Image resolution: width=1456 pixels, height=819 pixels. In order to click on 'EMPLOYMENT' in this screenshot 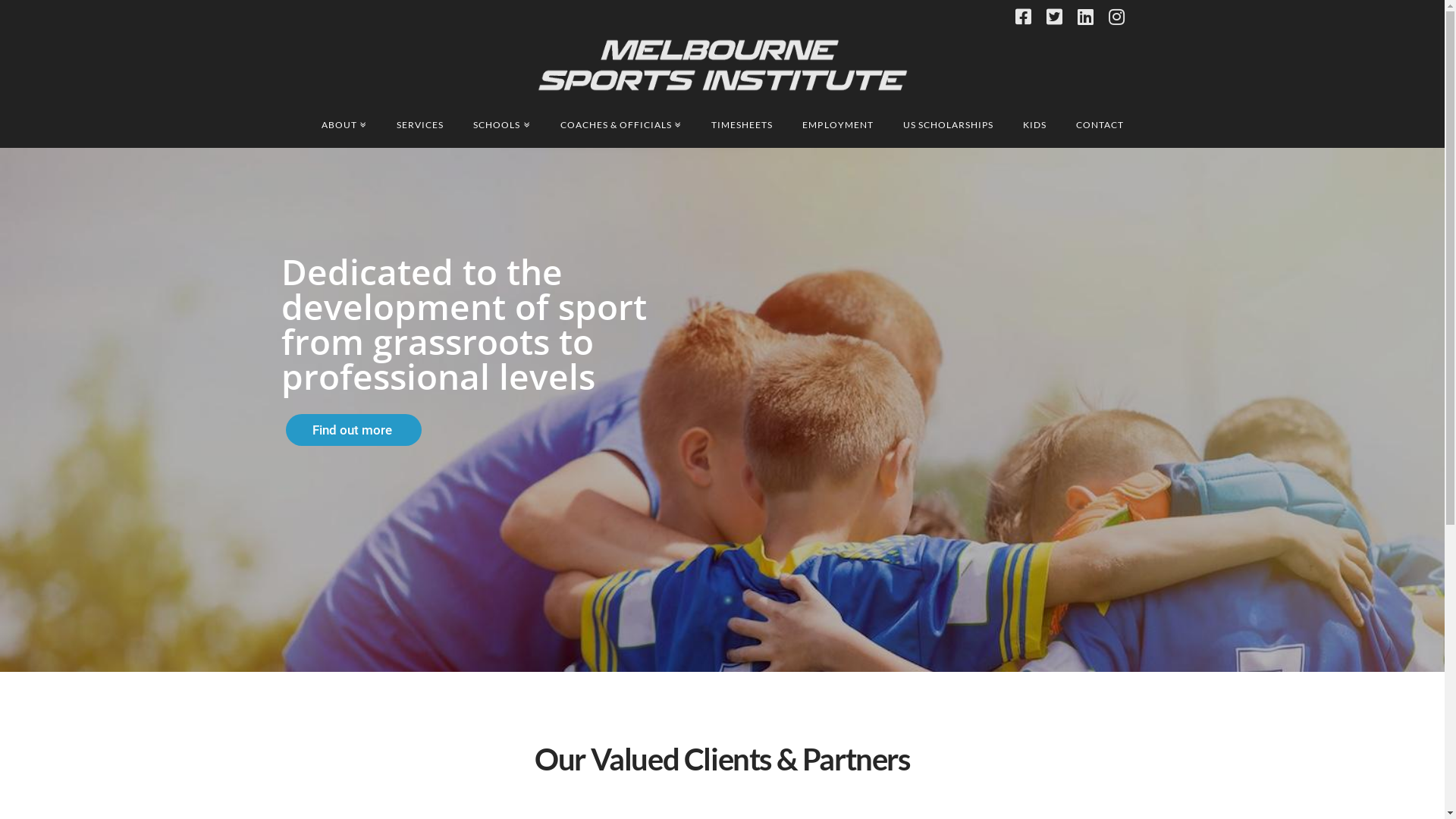, I will do `click(836, 124)`.